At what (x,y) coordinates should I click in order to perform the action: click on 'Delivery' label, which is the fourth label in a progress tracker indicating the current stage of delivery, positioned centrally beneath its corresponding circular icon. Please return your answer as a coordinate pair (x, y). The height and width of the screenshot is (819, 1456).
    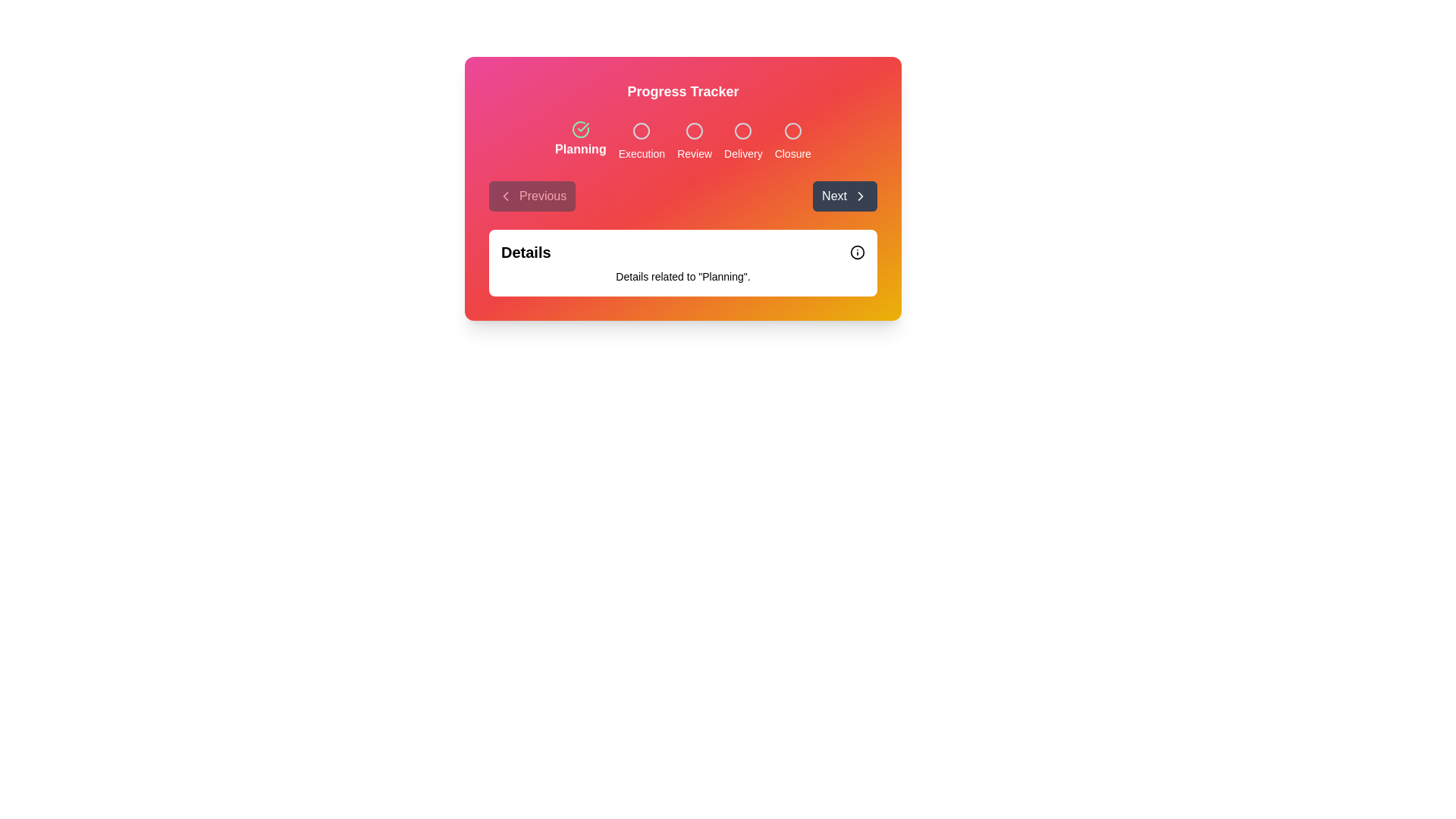
    Looking at the image, I should click on (743, 141).